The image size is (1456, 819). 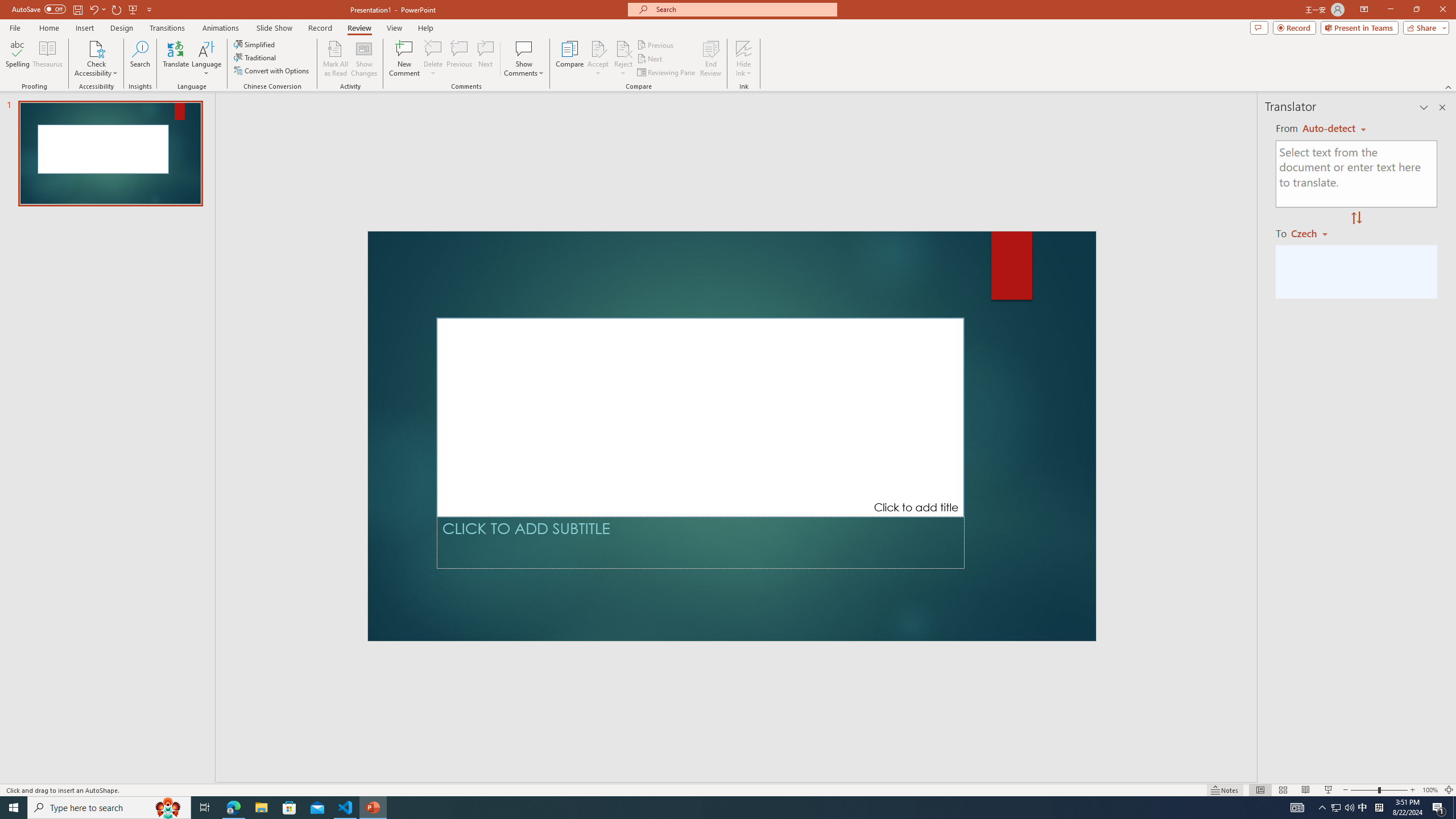 I want to click on 'Previous', so click(x=656, y=44).